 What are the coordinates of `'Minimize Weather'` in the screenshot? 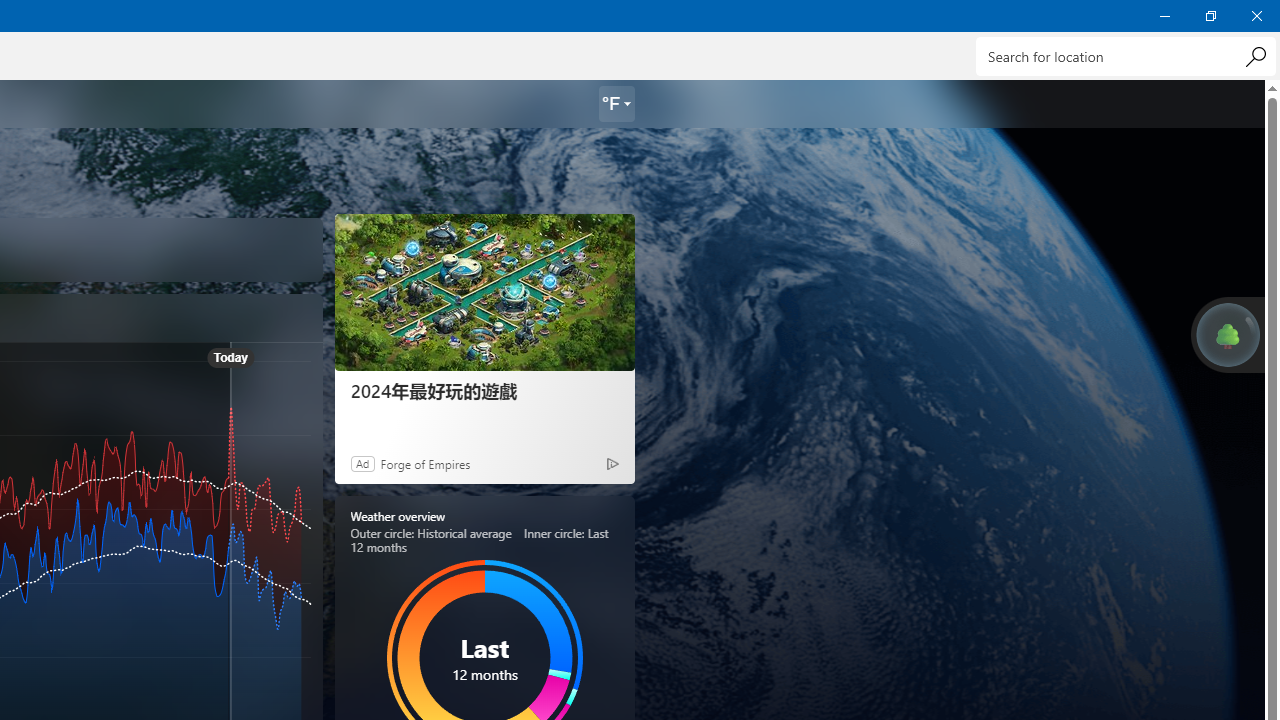 It's located at (1164, 15).